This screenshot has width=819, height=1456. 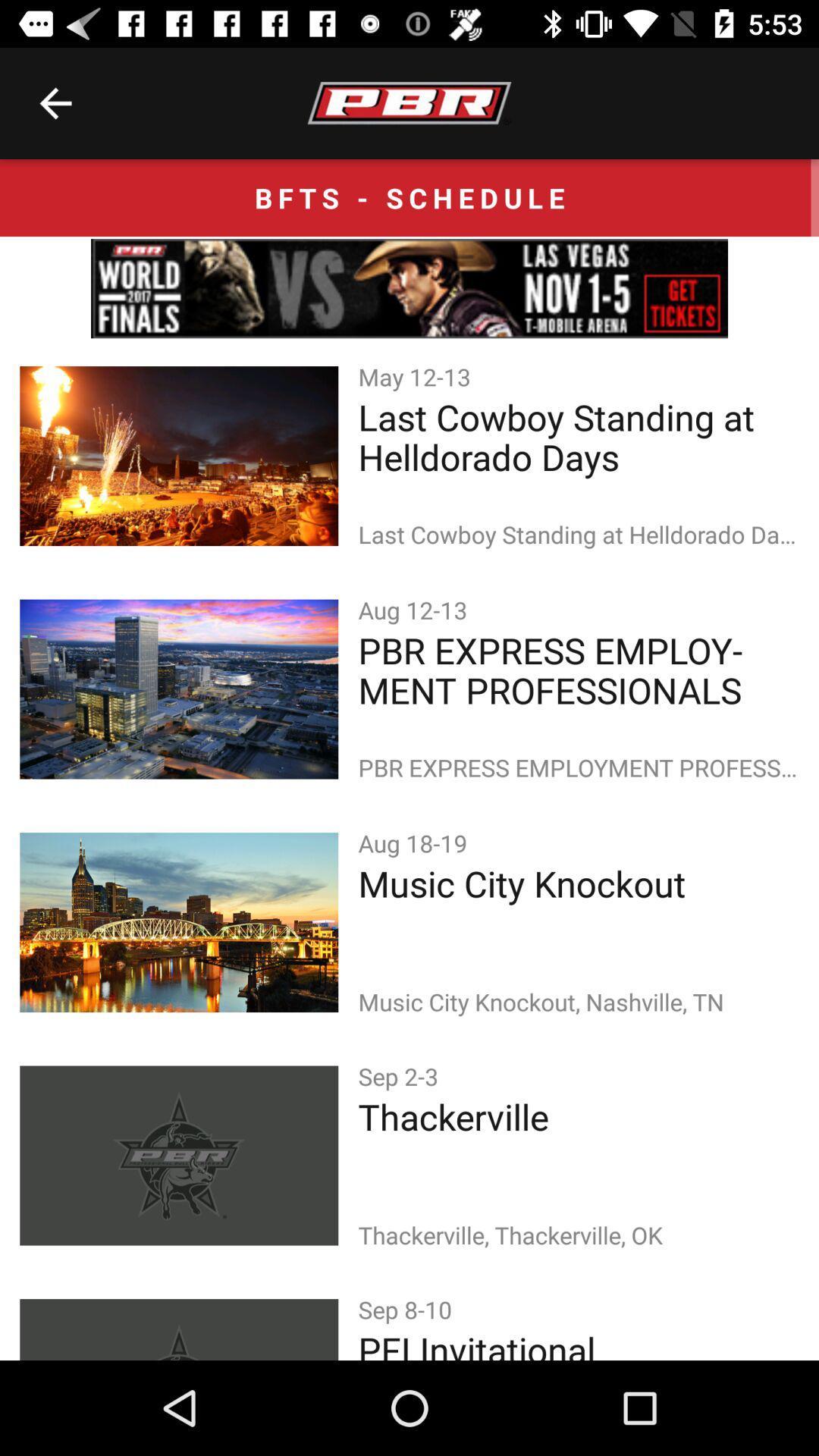 What do you see at coordinates (409, 288) in the screenshot?
I see `icon below the bfts - schedule icon` at bounding box center [409, 288].